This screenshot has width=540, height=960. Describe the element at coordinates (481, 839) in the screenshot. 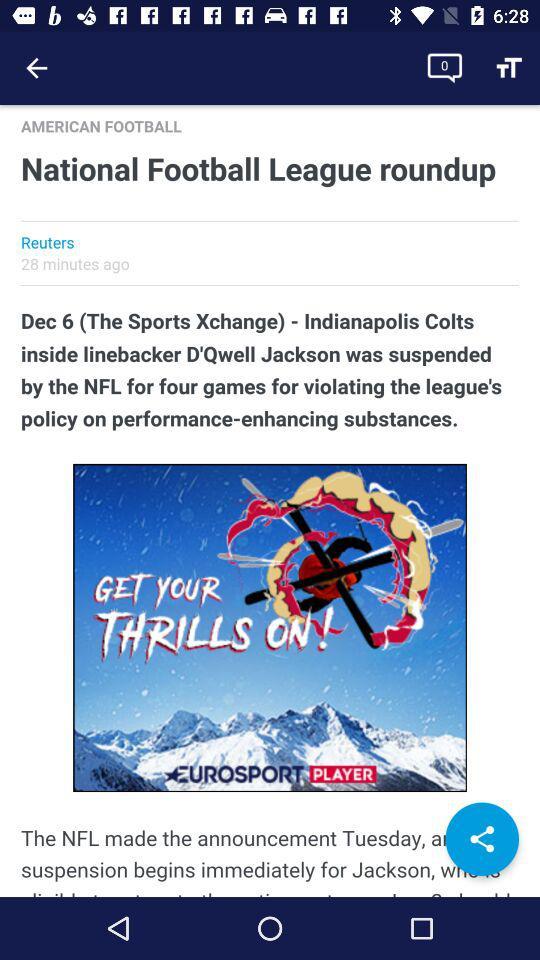

I see `the share icon` at that location.